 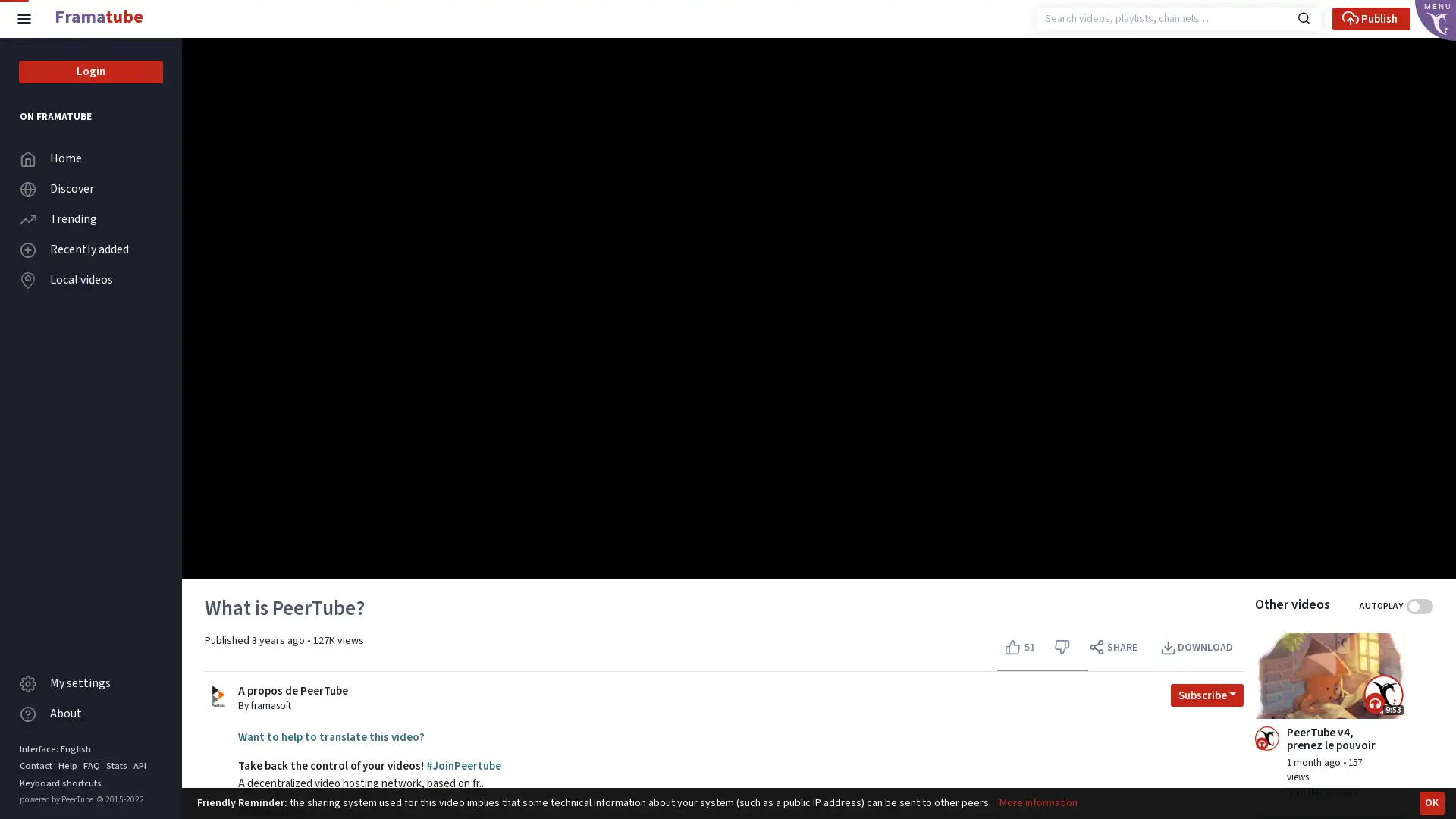 I want to click on Close the left menu, so click(x=24, y=18).